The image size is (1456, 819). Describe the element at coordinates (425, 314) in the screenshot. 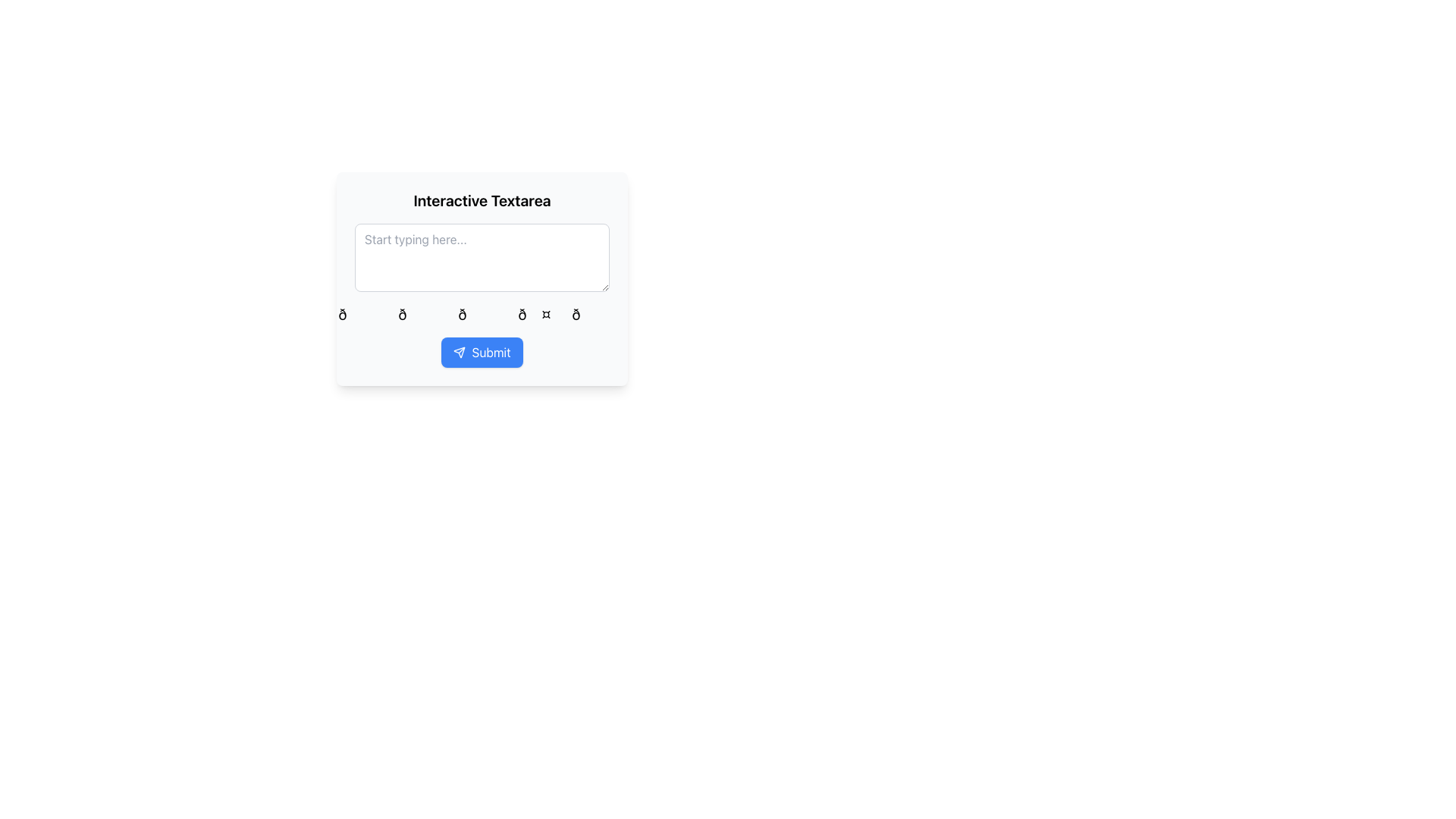

I see `the second emoji from the left in the horizontal list to get more information` at that location.